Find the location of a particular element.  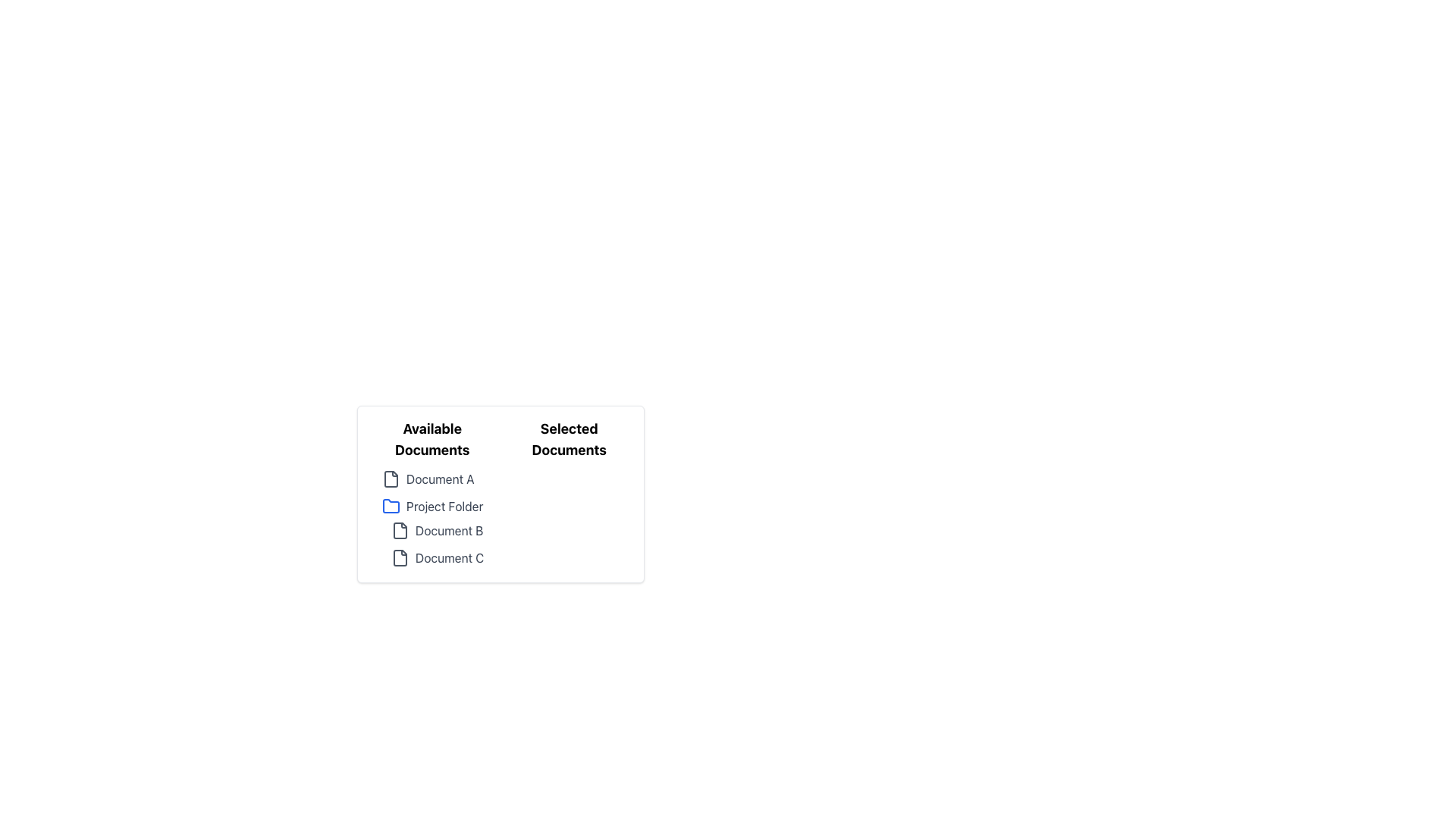

the 'Project Folder' text label, which is styled in gray and positioned as the descriptive text for the second item in the 'Available Documents' section, adjacent to a blue folder icon is located at coordinates (444, 506).